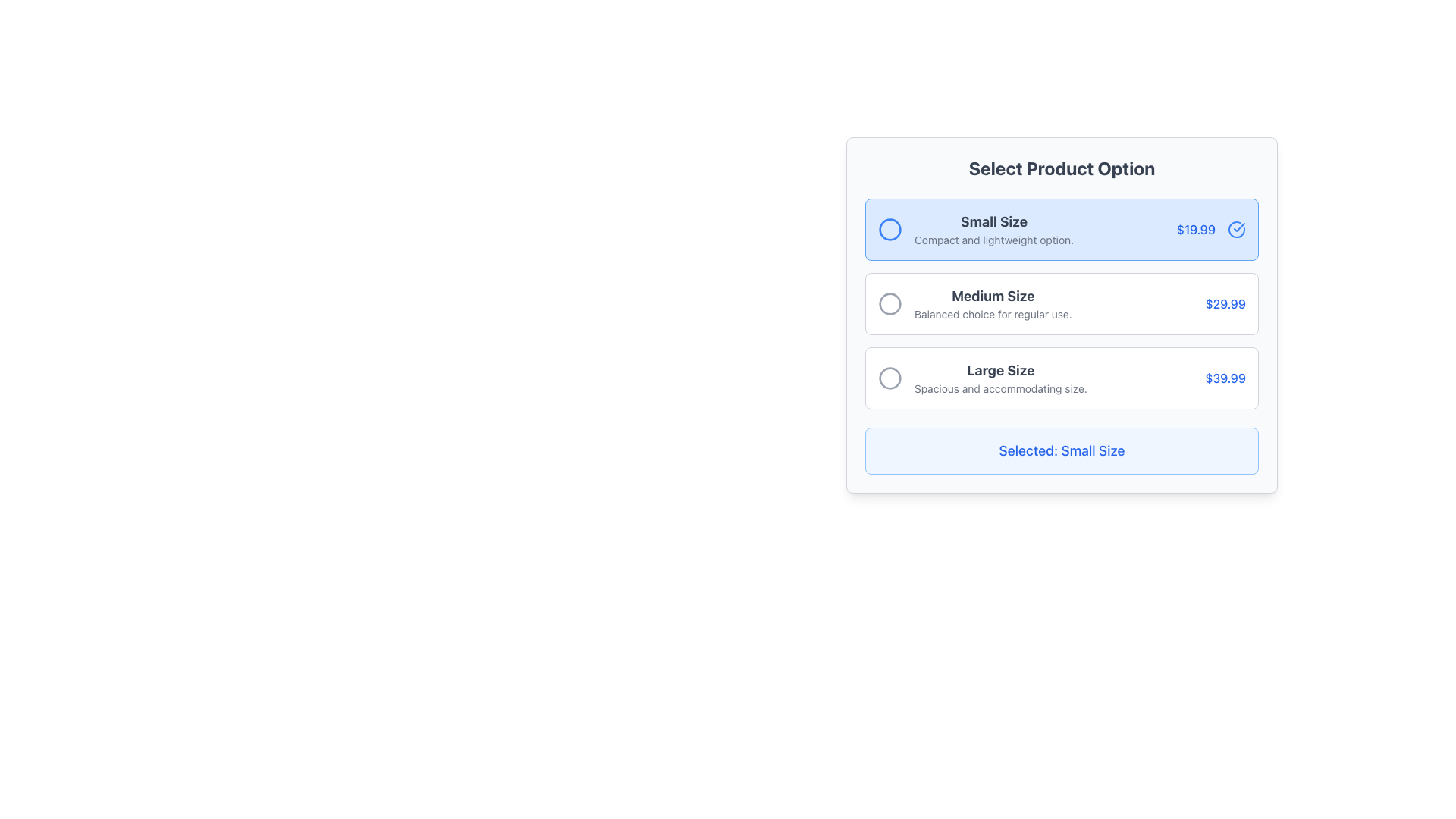  I want to click on the 'Large Size' text label that is styled in bold, large gray font and serves as a header within the third product option group in the 'Select Product Option' dialog box, so click(1001, 371).